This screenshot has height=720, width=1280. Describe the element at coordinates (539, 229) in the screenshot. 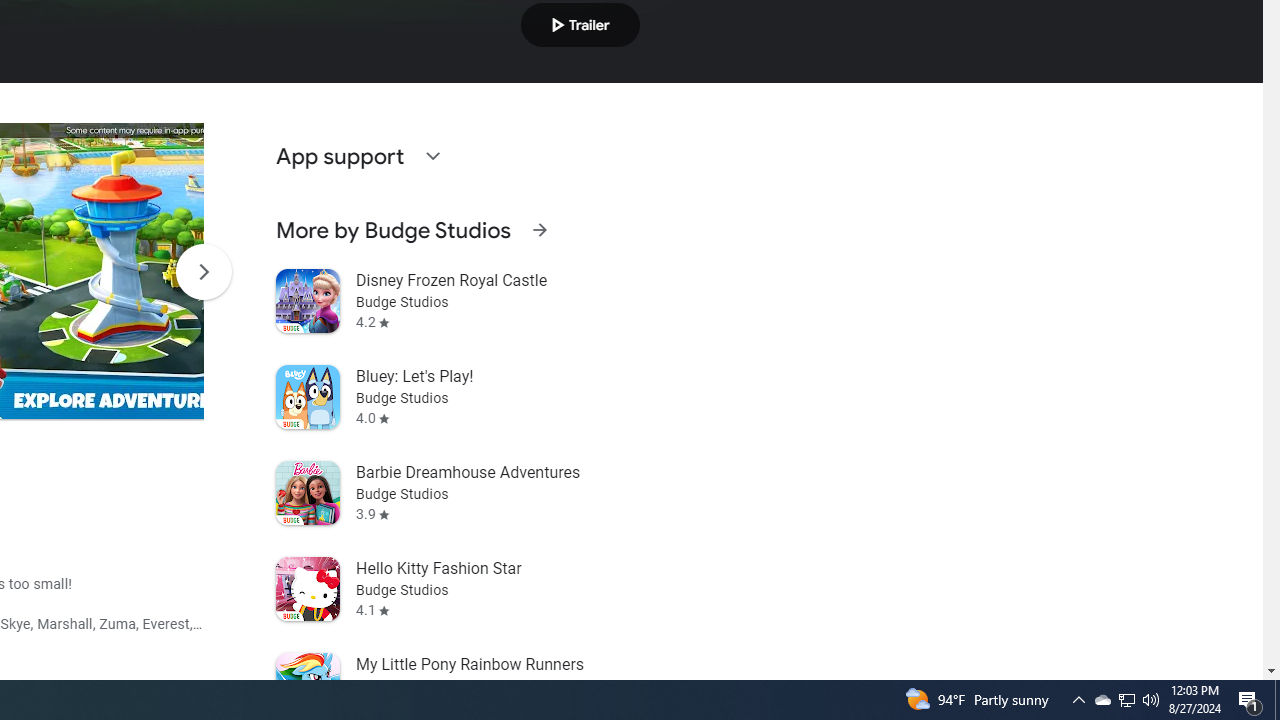

I see `'See more information on More by Budge Studios'` at that location.